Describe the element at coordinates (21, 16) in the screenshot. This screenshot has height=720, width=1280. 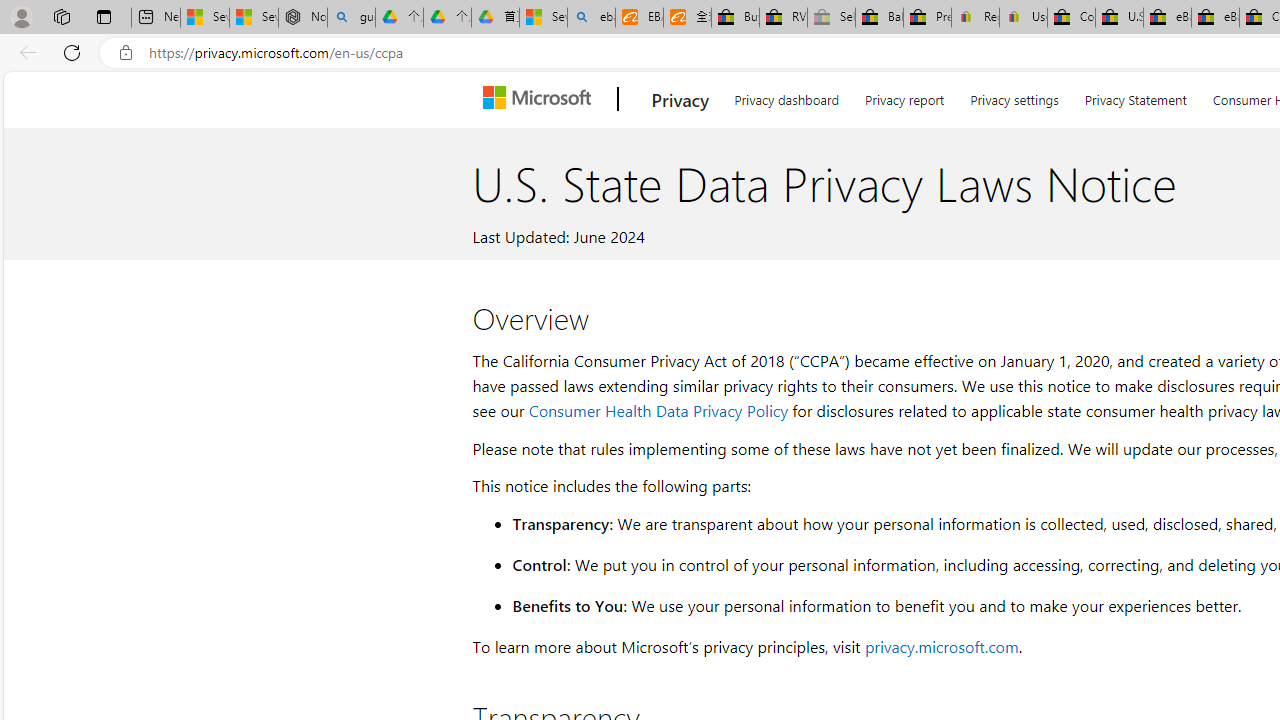
I see `'Personal Profile'` at that location.